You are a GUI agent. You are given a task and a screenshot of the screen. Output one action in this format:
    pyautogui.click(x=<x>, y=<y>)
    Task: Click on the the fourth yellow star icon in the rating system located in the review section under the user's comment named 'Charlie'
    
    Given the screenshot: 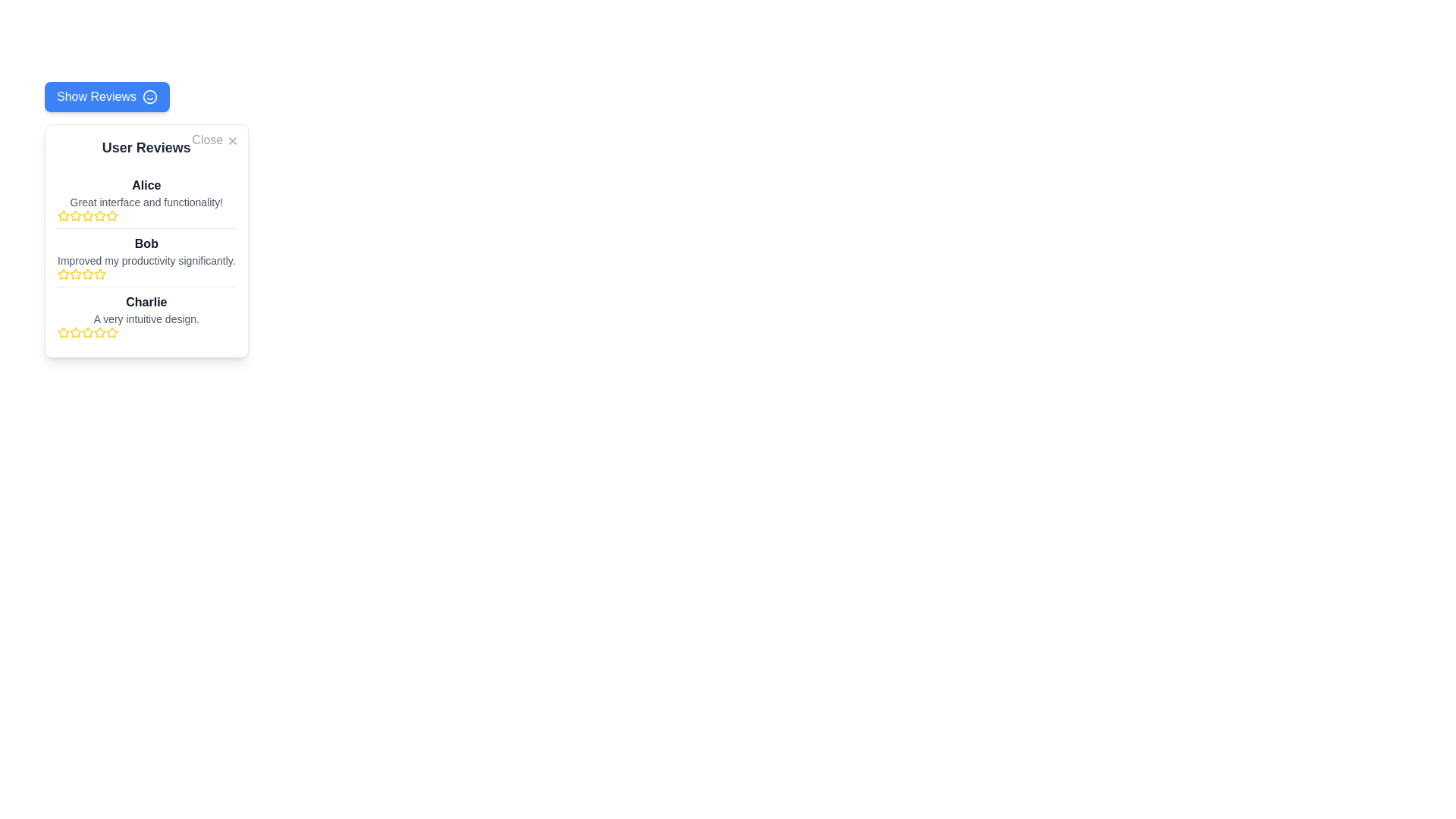 What is the action you would take?
    pyautogui.click(x=99, y=331)
    